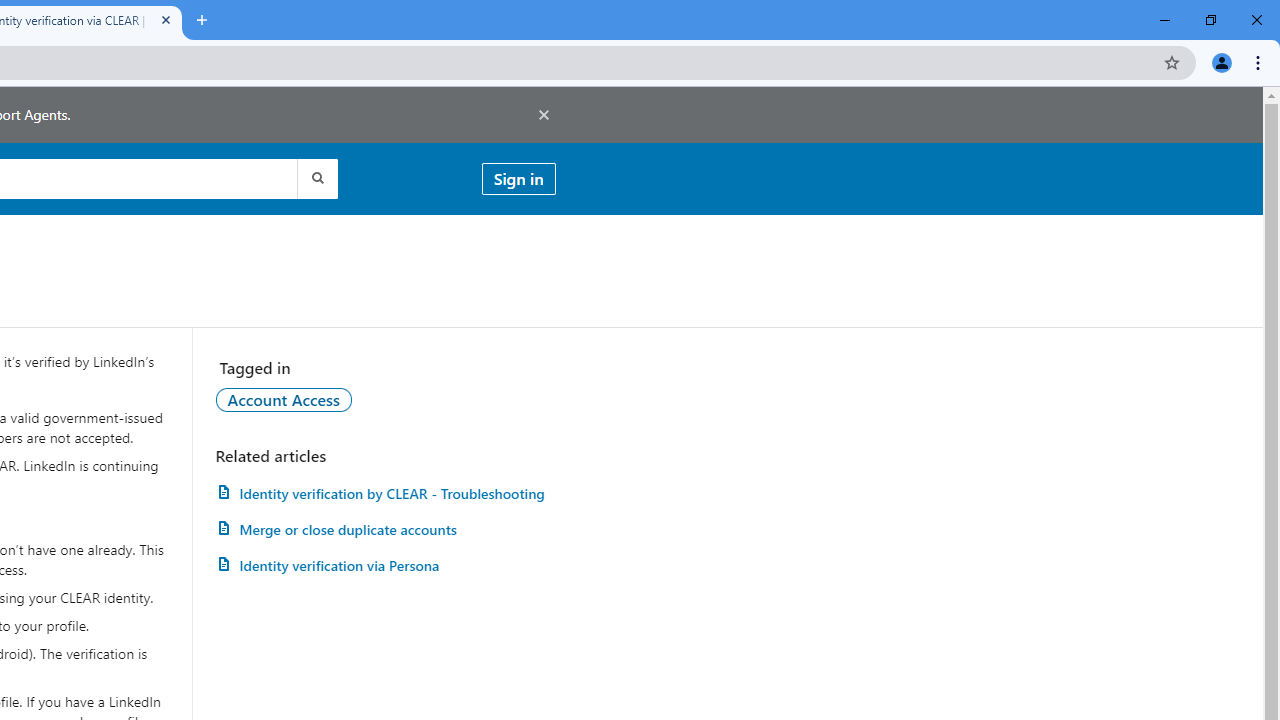 This screenshot has height=720, width=1280. I want to click on 'AutomationID: article-link-a1631613', so click(385, 565).